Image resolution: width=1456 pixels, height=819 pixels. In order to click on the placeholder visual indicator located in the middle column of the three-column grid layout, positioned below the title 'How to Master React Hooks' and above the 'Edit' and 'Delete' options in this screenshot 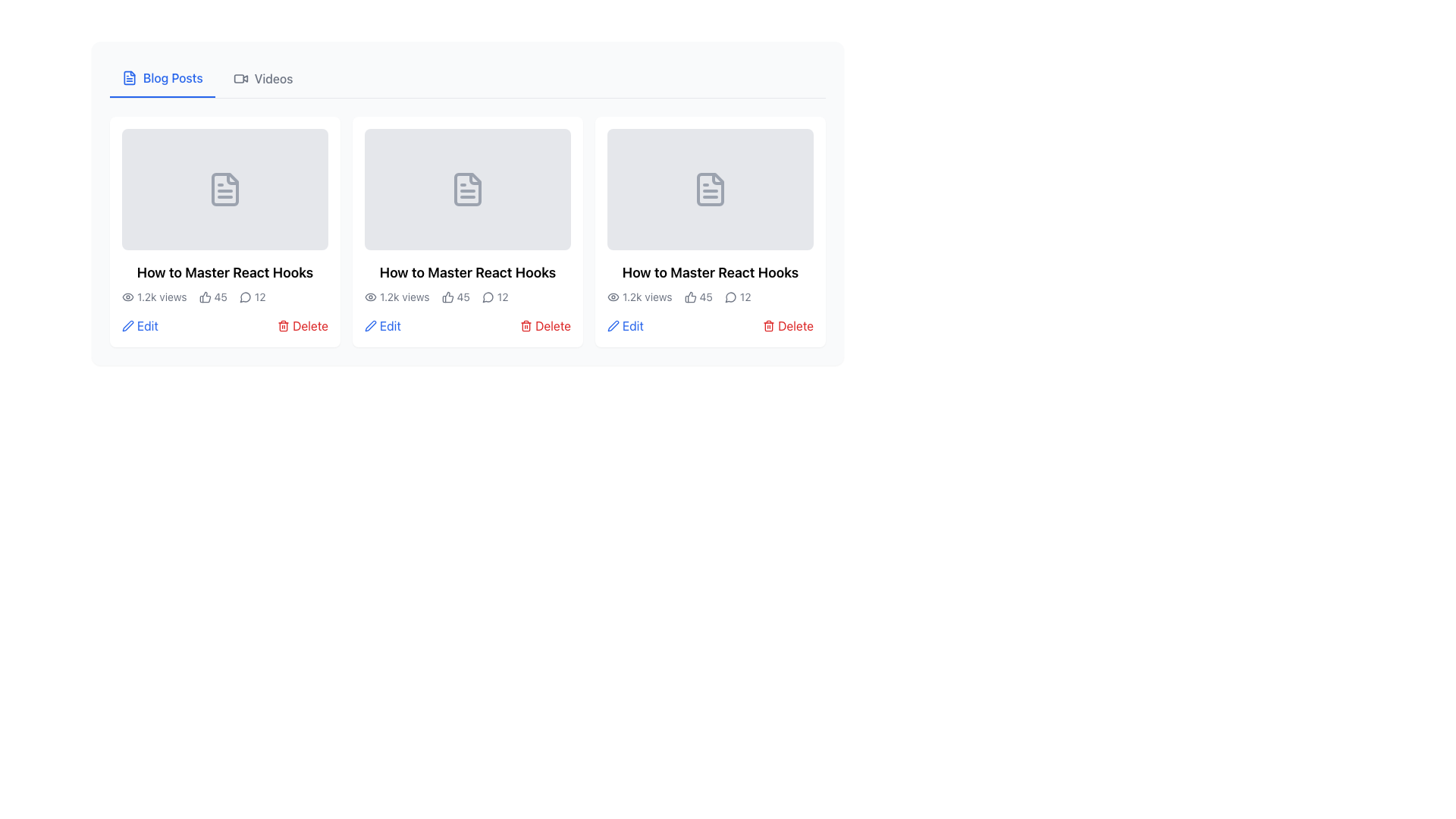, I will do `click(467, 189)`.